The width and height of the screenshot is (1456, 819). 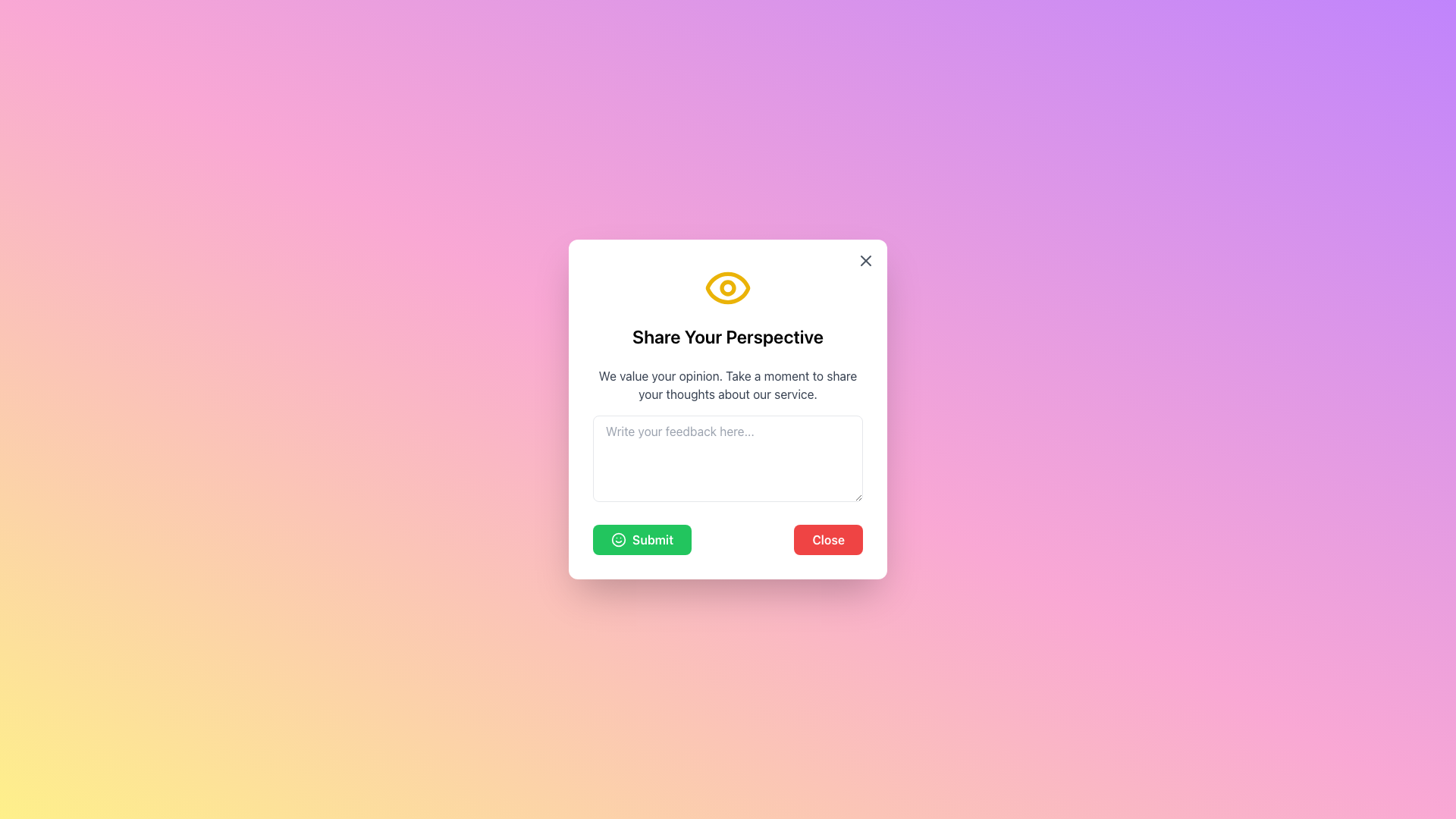 What do you see at coordinates (642, 539) in the screenshot?
I see `the 'Submit' button located at the lower-left corner of the modal dialog to observe hover effects` at bounding box center [642, 539].